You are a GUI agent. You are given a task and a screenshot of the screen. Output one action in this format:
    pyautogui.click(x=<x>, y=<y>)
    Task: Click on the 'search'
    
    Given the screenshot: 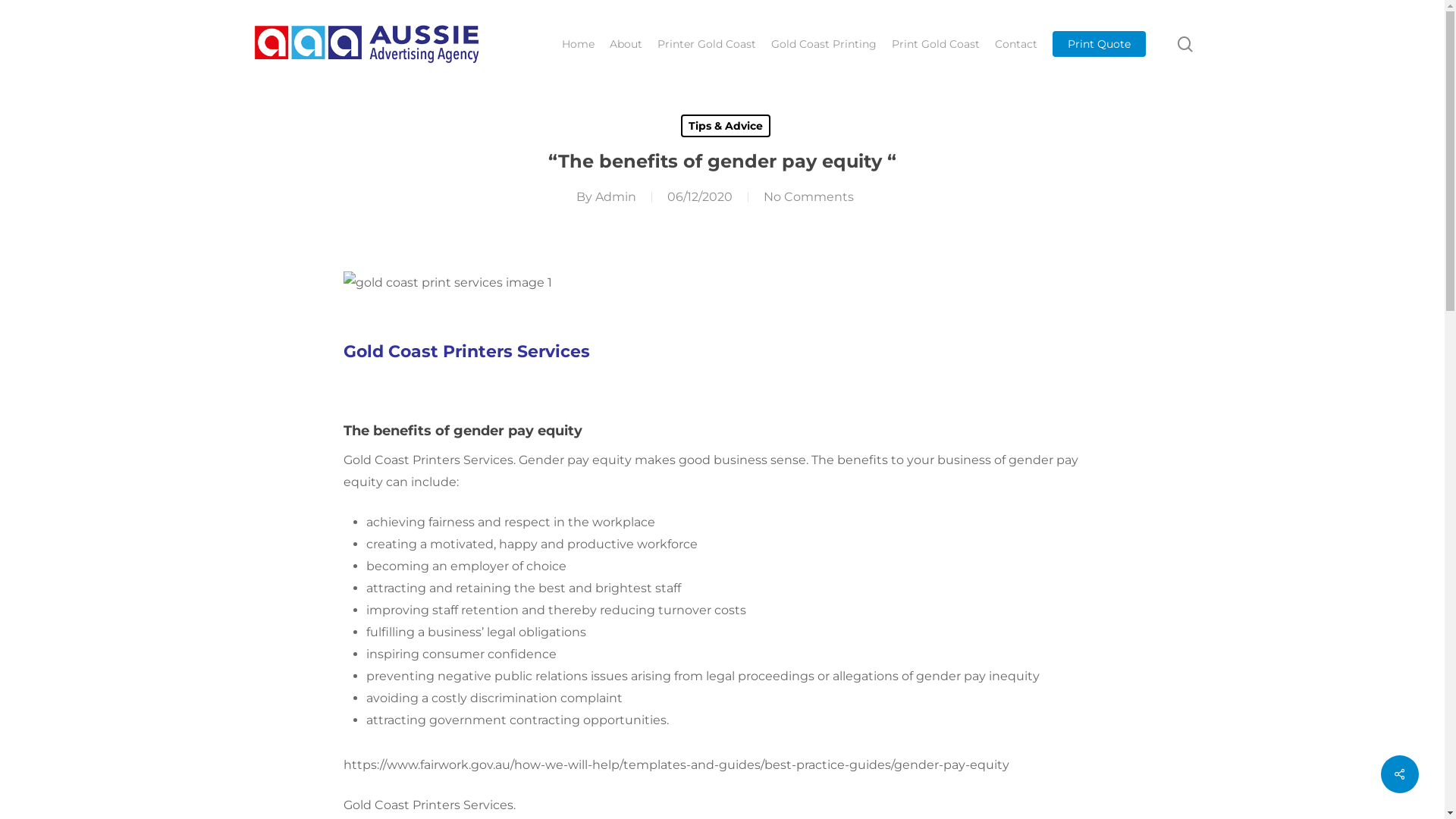 What is the action you would take?
    pyautogui.click(x=1185, y=43)
    